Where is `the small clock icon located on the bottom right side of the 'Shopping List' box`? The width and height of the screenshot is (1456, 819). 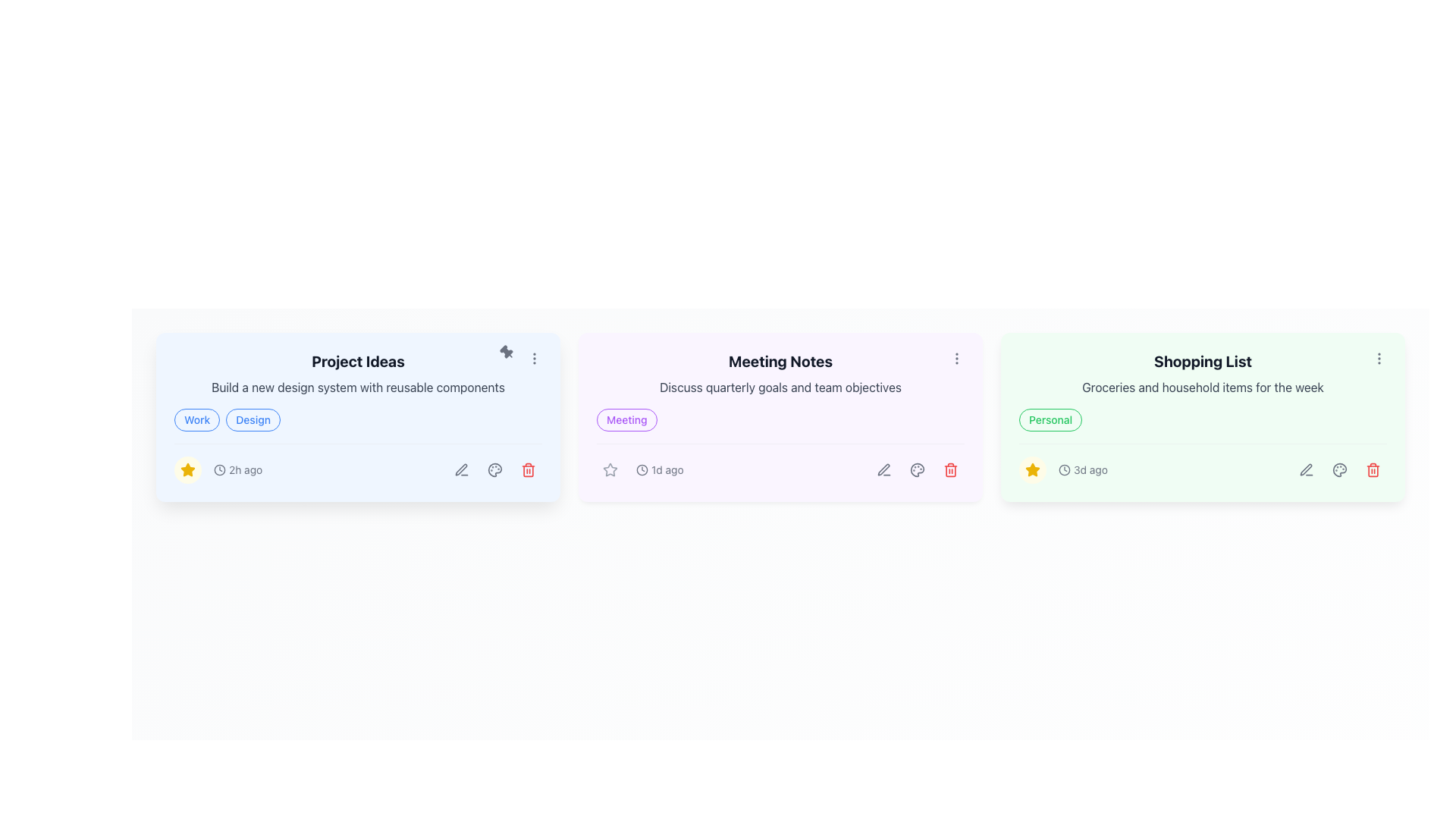 the small clock icon located on the bottom right side of the 'Shopping List' box is located at coordinates (1063, 469).